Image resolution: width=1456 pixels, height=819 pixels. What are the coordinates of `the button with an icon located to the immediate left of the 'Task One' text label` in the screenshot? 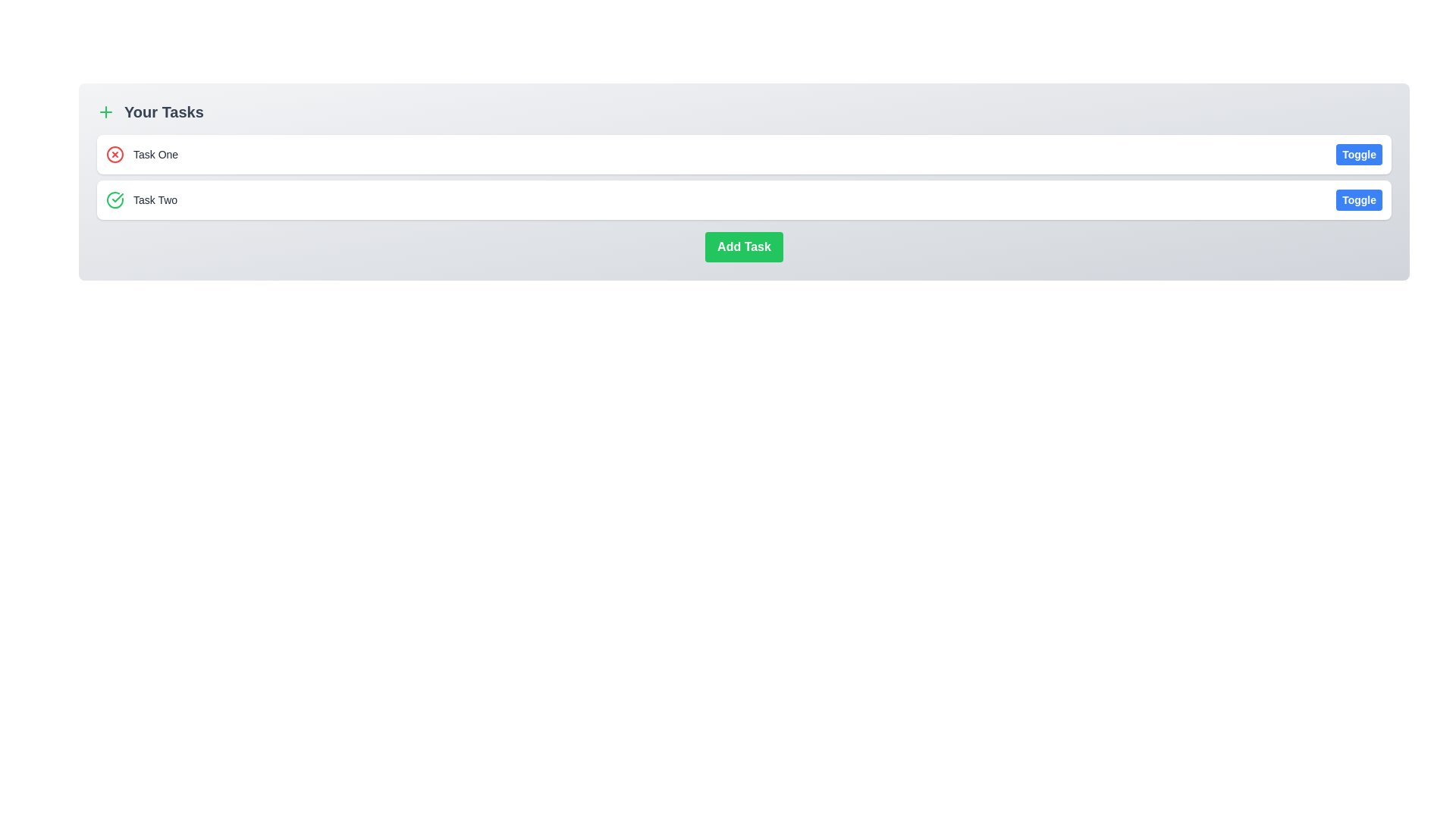 It's located at (115, 155).